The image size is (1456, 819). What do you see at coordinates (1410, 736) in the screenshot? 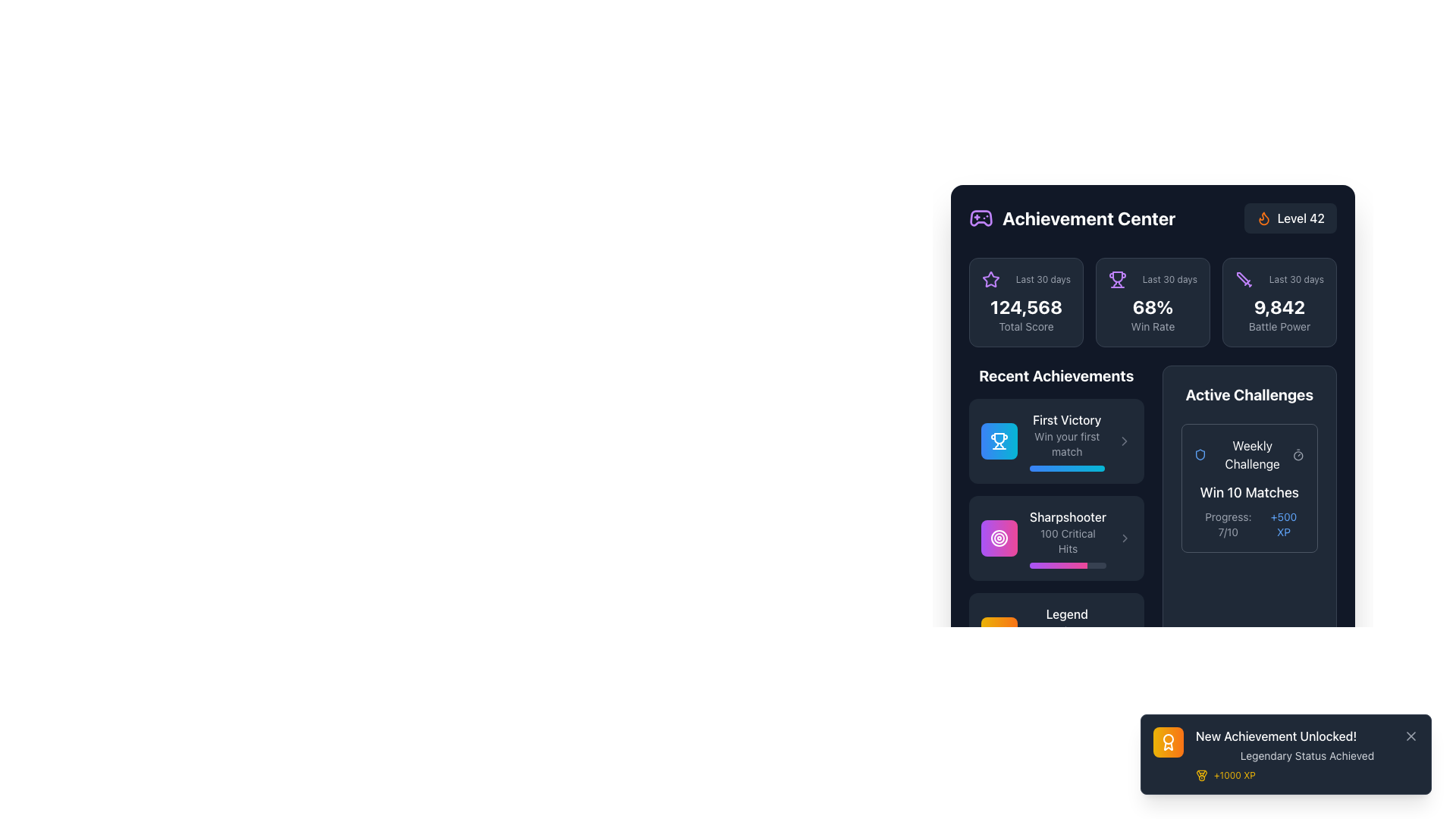
I see `the Close icon, which resembles an 'X' mark composed of two diagonal lines, located in the right-hand corner of the notification component` at bounding box center [1410, 736].